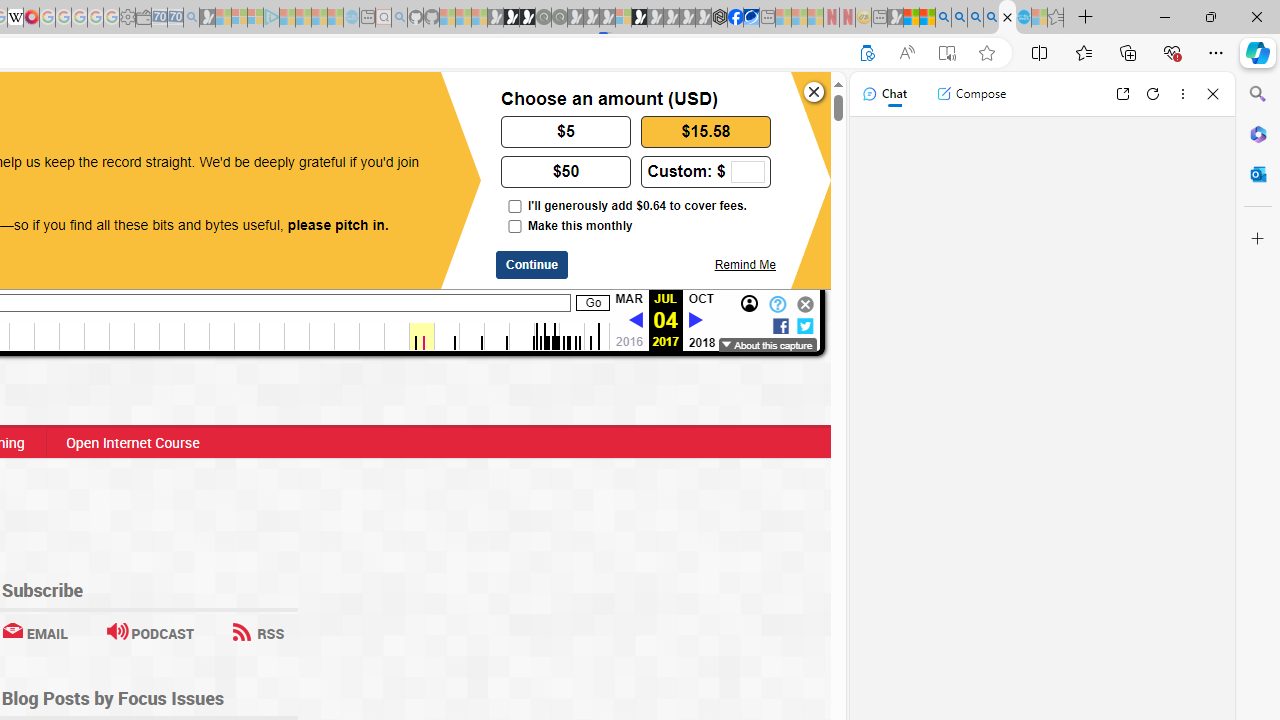 The width and height of the screenshot is (1280, 720). What do you see at coordinates (942, 17) in the screenshot?
I see `'Bing AI - Search'` at bounding box center [942, 17].